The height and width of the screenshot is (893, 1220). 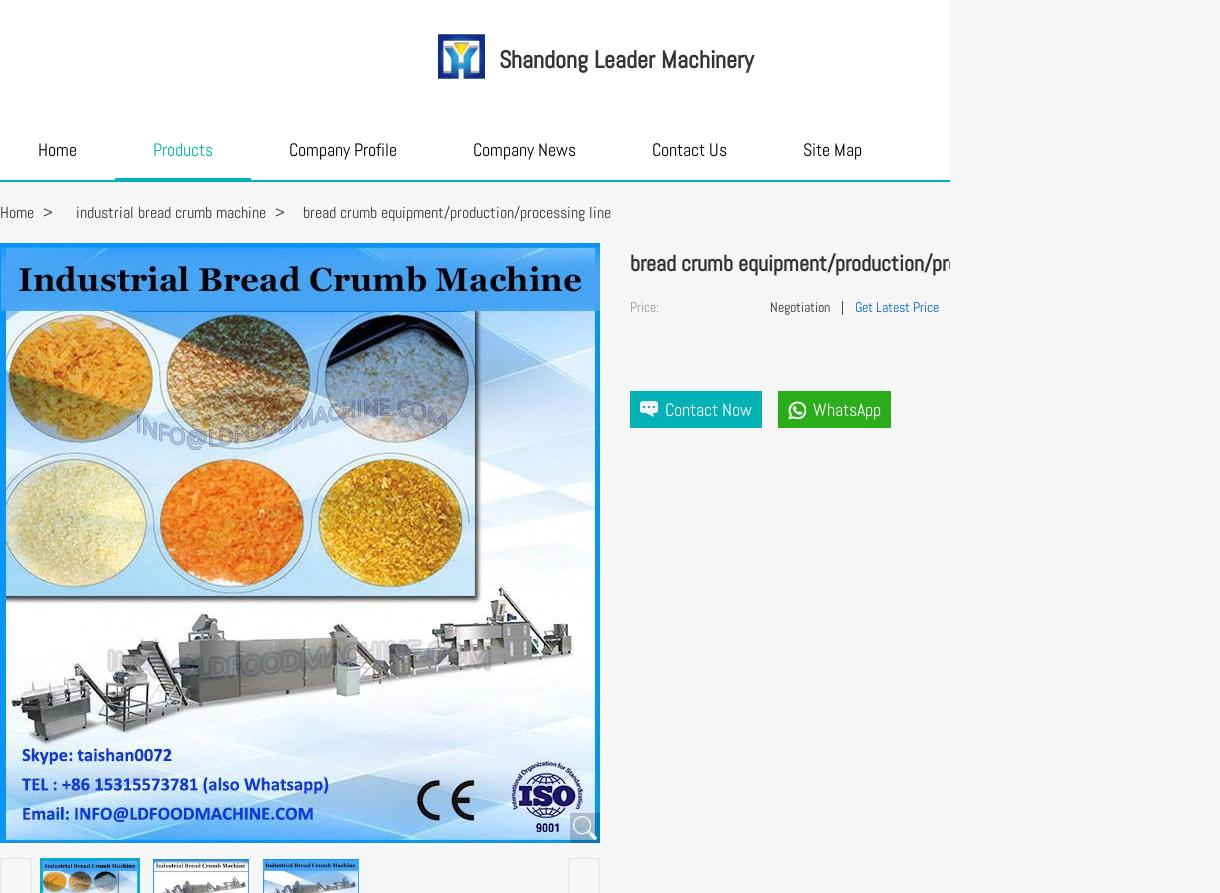 What do you see at coordinates (802, 149) in the screenshot?
I see `'Site Map'` at bounding box center [802, 149].